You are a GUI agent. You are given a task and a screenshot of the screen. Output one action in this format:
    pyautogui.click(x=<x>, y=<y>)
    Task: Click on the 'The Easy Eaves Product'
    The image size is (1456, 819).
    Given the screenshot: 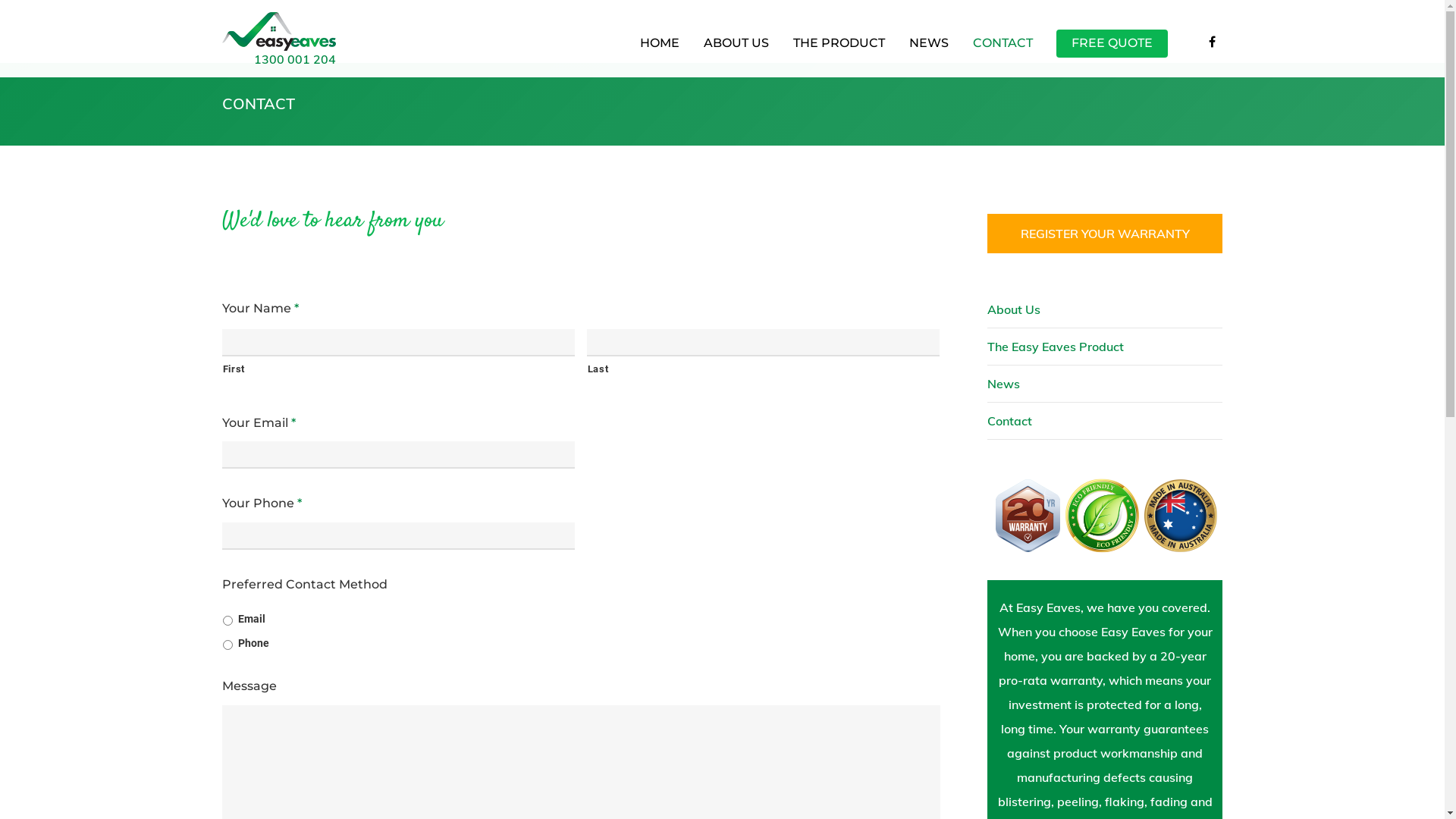 What is the action you would take?
    pyautogui.click(x=1105, y=347)
    